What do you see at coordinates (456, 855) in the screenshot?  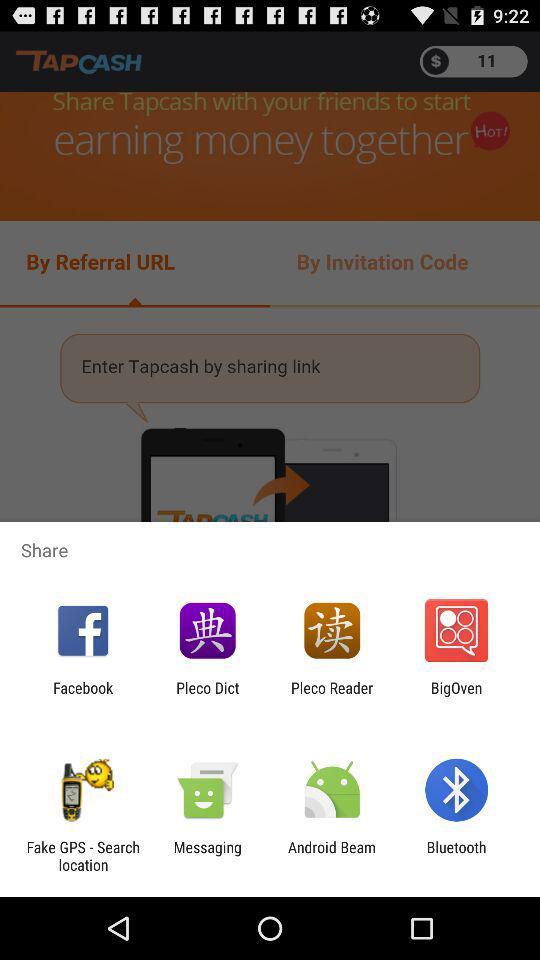 I see `icon next to the android beam icon` at bounding box center [456, 855].